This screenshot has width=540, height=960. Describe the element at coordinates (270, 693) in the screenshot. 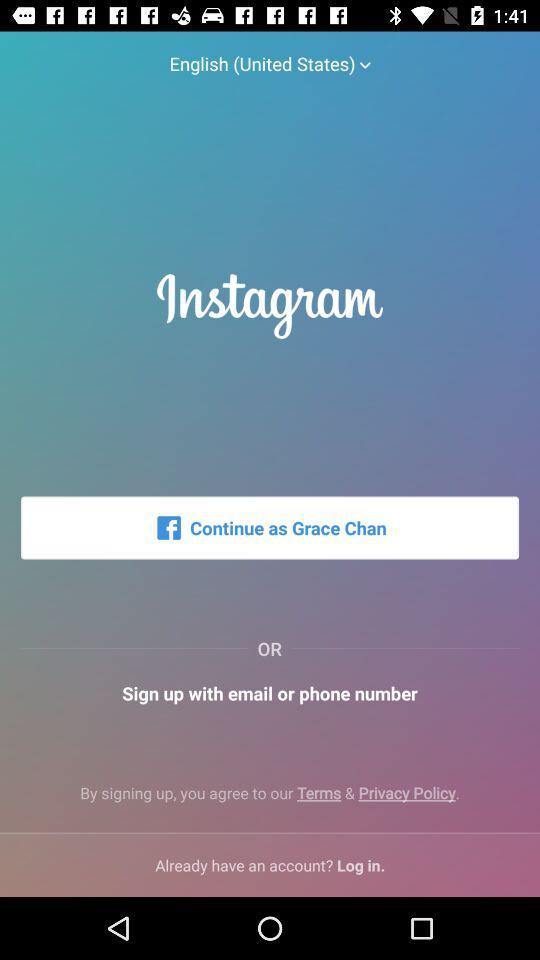

I see `sign up with item` at that location.